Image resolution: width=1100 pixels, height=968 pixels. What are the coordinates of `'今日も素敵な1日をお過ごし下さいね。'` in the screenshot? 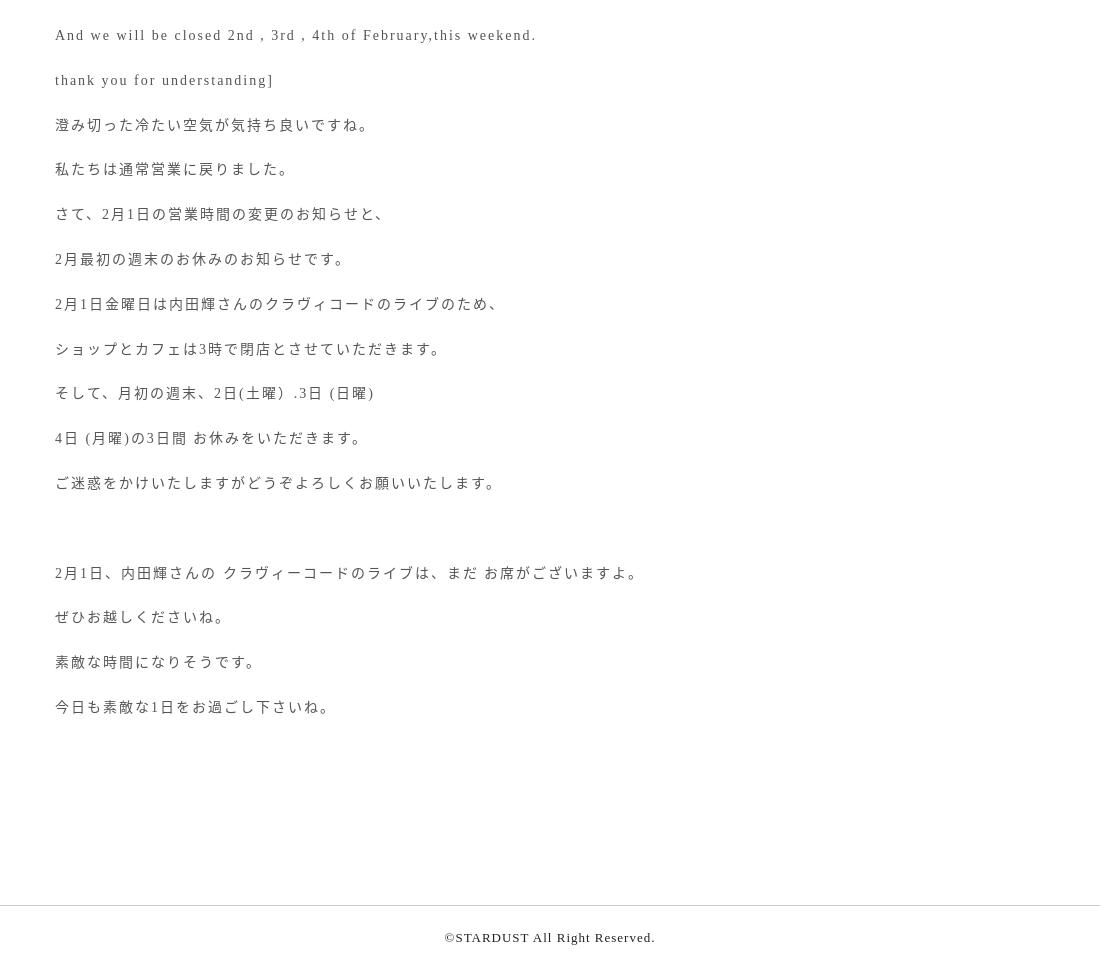 It's located at (194, 705).